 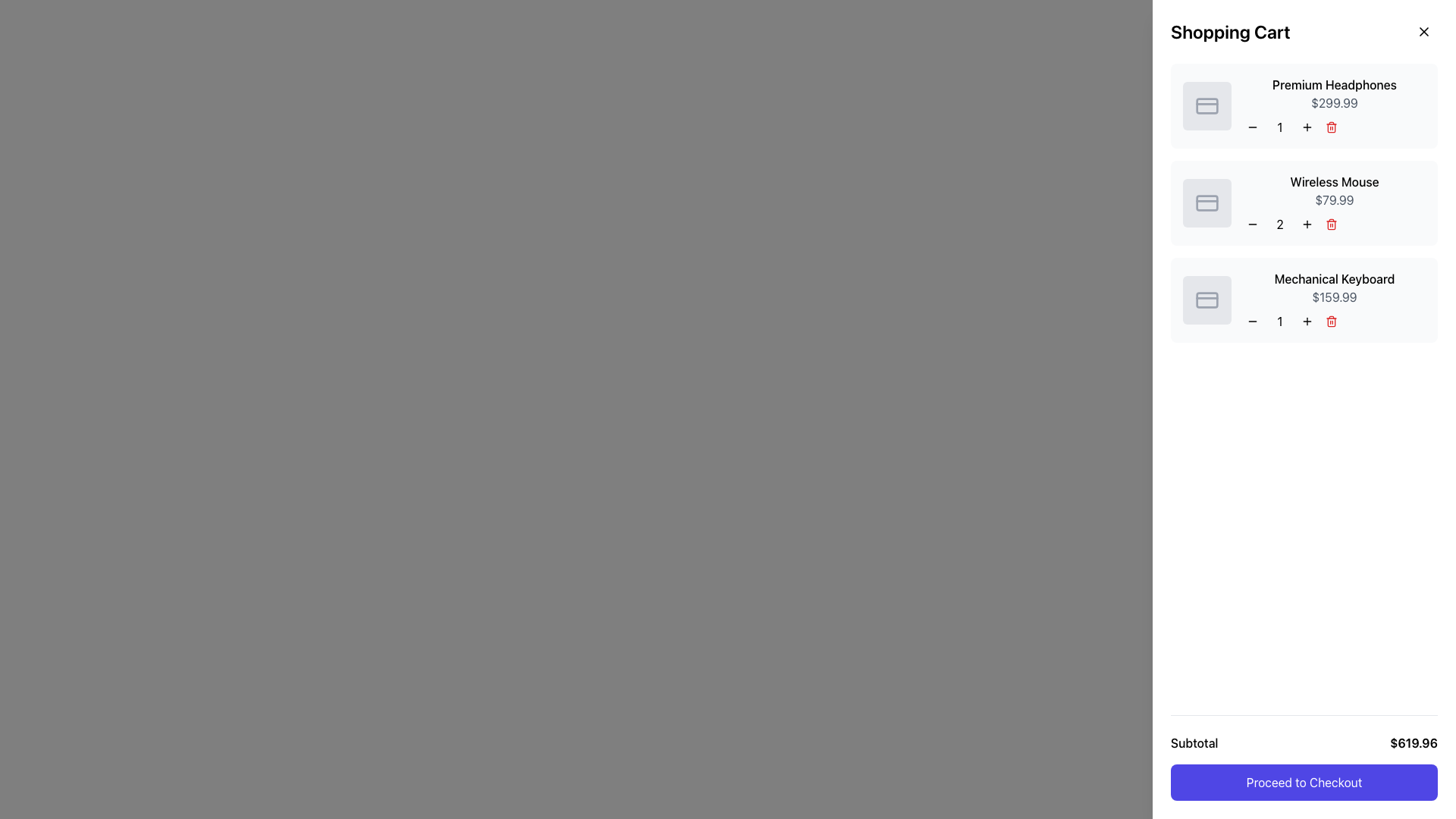 I want to click on the price label displaying '$299.99' in gray font, located below 'Premium Headphones' in the shopping cart interface, so click(x=1335, y=102).